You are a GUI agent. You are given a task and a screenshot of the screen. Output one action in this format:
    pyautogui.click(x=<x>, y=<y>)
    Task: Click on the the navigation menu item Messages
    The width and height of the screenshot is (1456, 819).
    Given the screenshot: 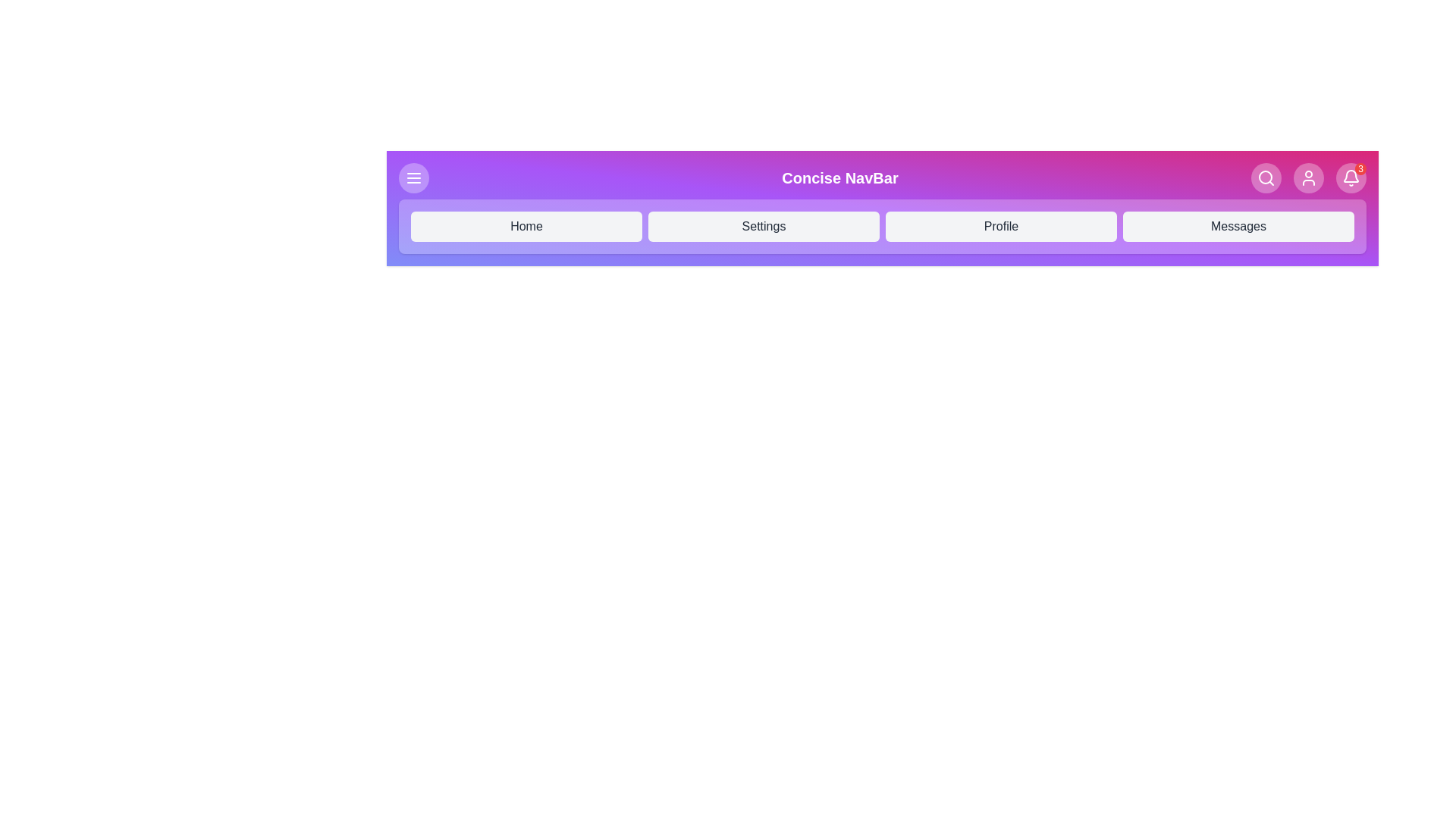 What is the action you would take?
    pyautogui.click(x=1238, y=227)
    